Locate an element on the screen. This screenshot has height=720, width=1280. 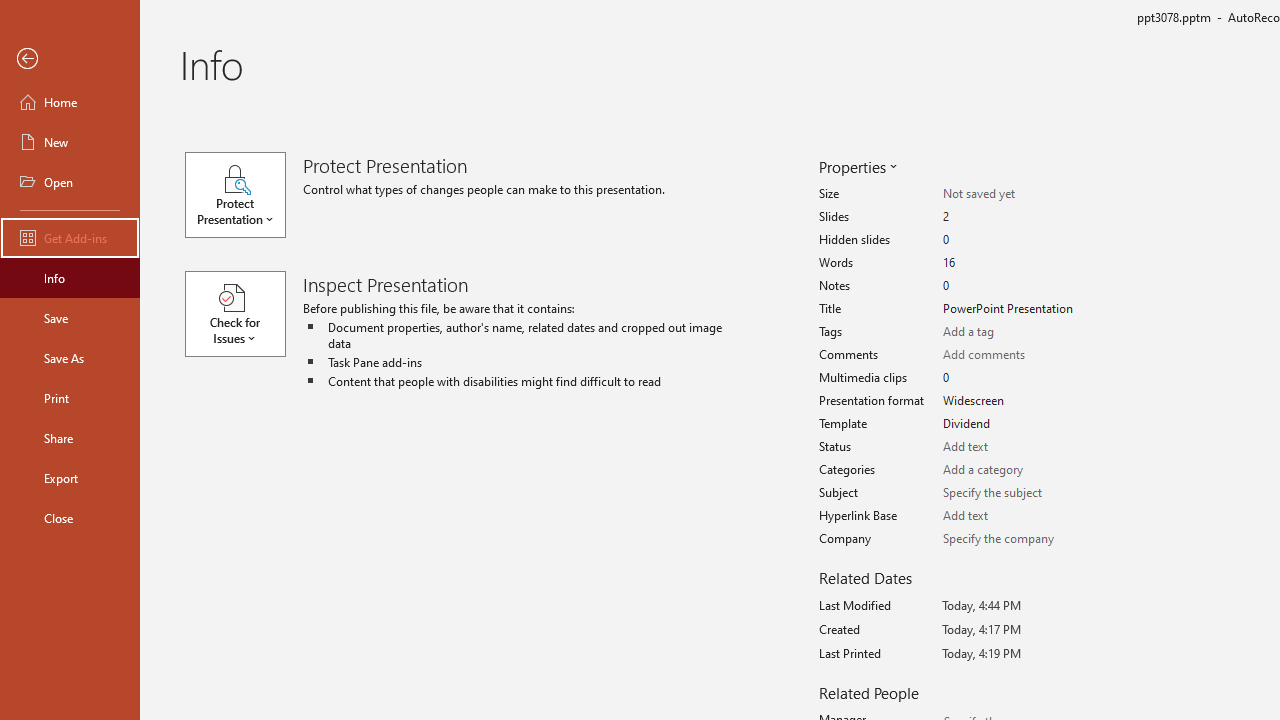
'Company' is located at coordinates (1012, 538).